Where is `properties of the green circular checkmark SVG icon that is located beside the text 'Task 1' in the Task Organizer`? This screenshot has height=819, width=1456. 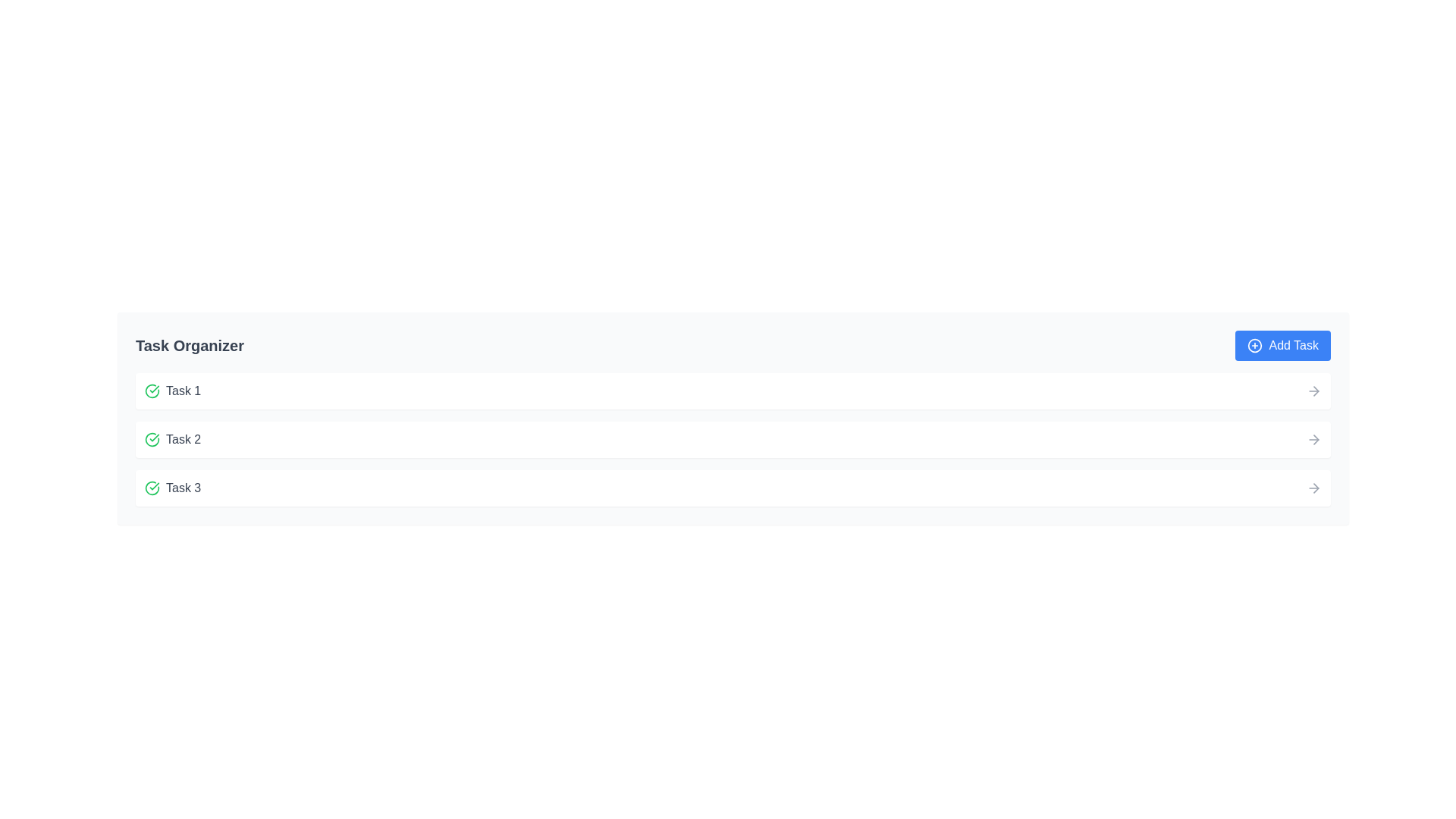
properties of the green circular checkmark SVG icon that is located beside the text 'Task 1' in the Task Organizer is located at coordinates (152, 391).